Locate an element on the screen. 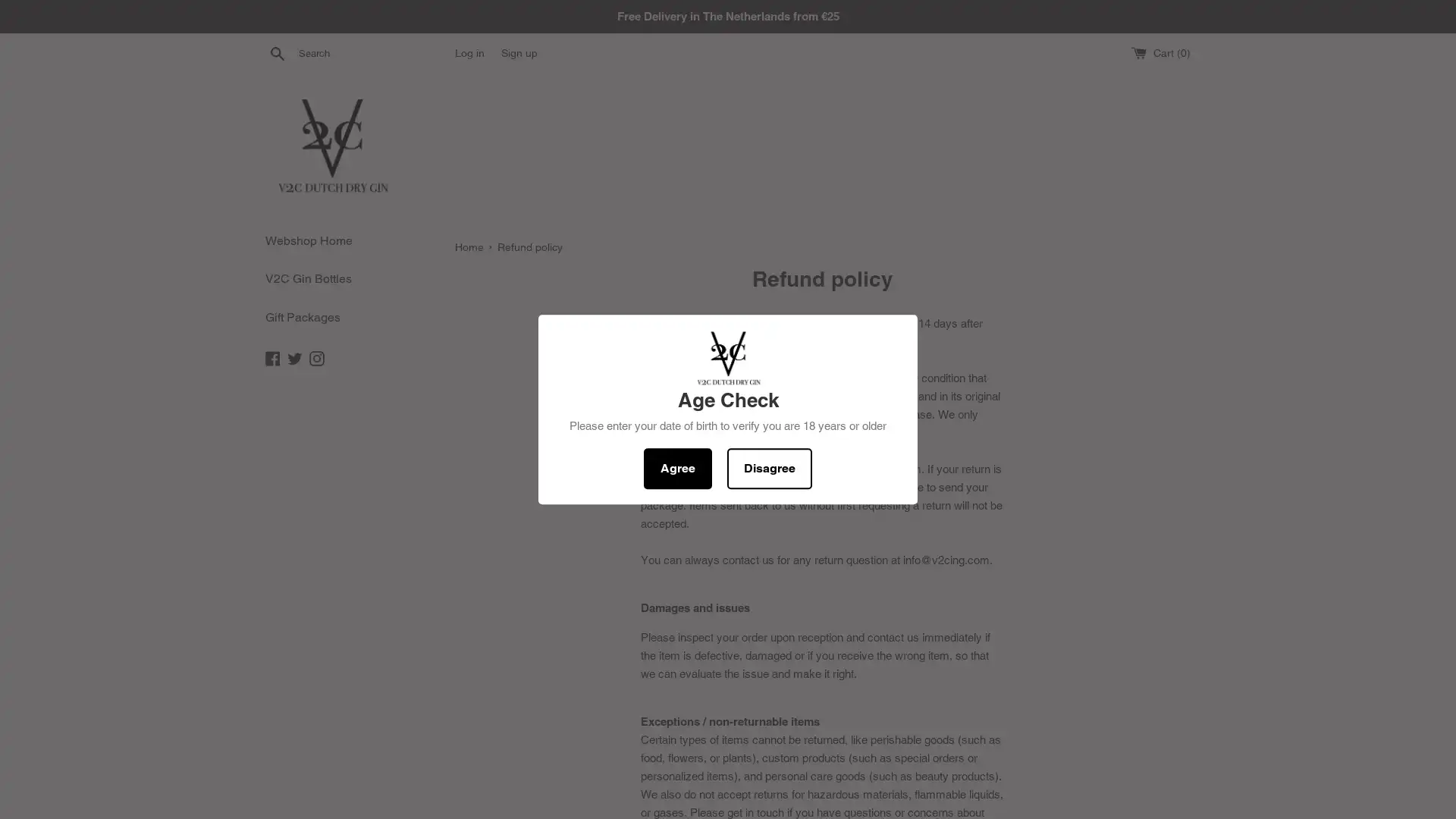 The image size is (1456, 819). Disagree is located at coordinates (769, 467).